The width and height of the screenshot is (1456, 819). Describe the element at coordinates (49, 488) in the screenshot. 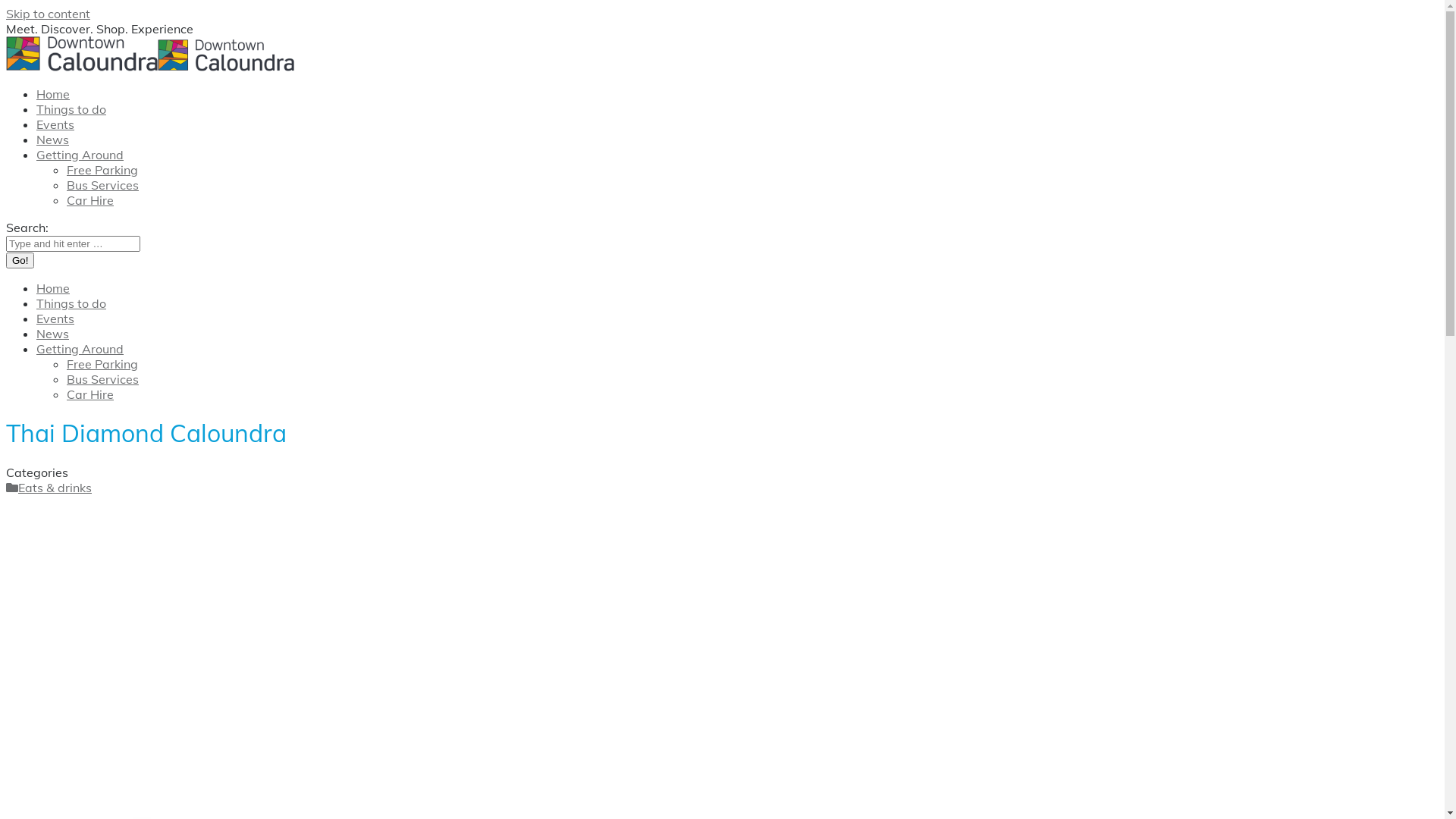

I see `'Eats & drinks'` at that location.